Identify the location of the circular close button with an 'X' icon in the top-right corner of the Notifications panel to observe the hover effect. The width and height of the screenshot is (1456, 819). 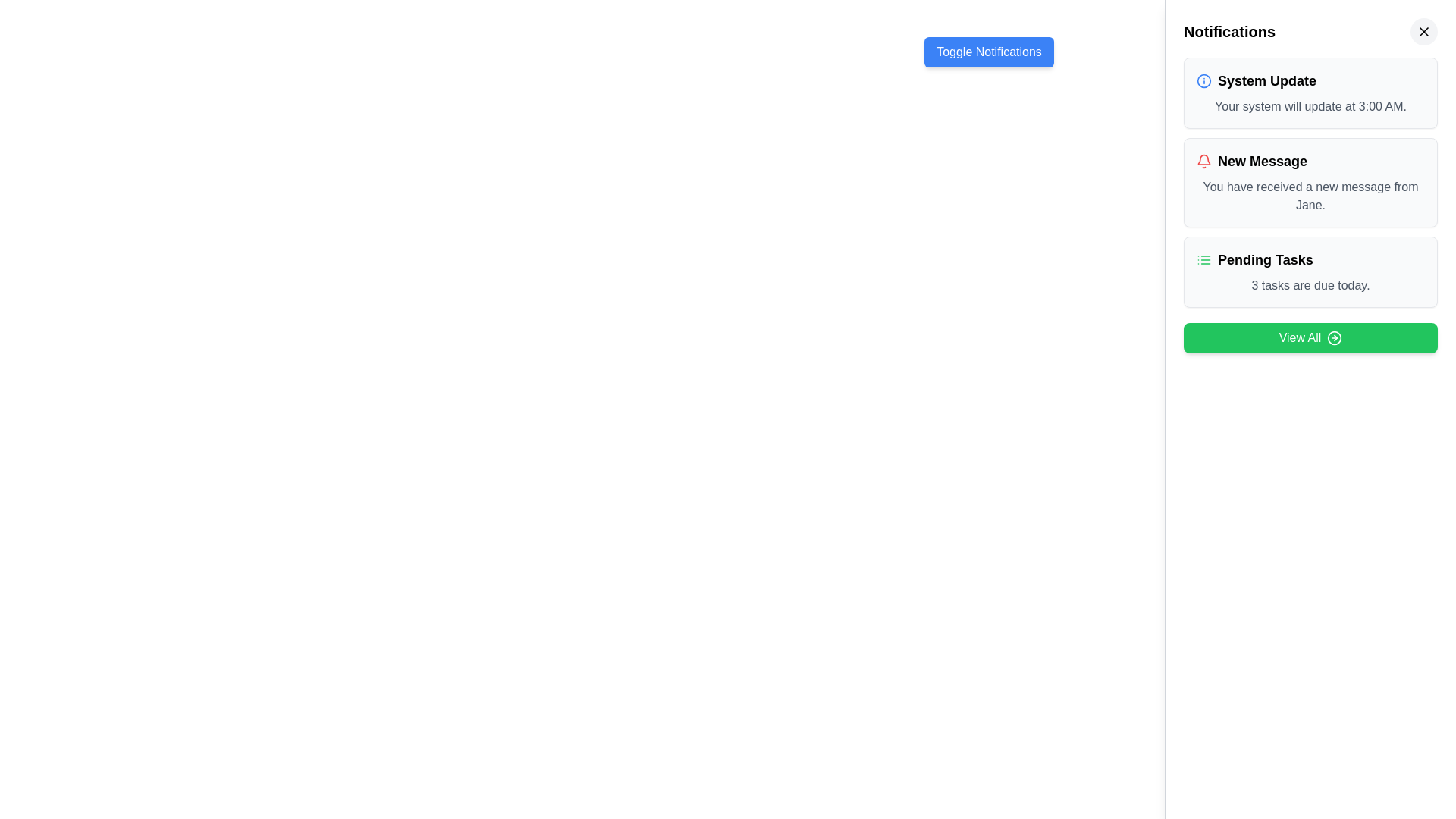
(1423, 32).